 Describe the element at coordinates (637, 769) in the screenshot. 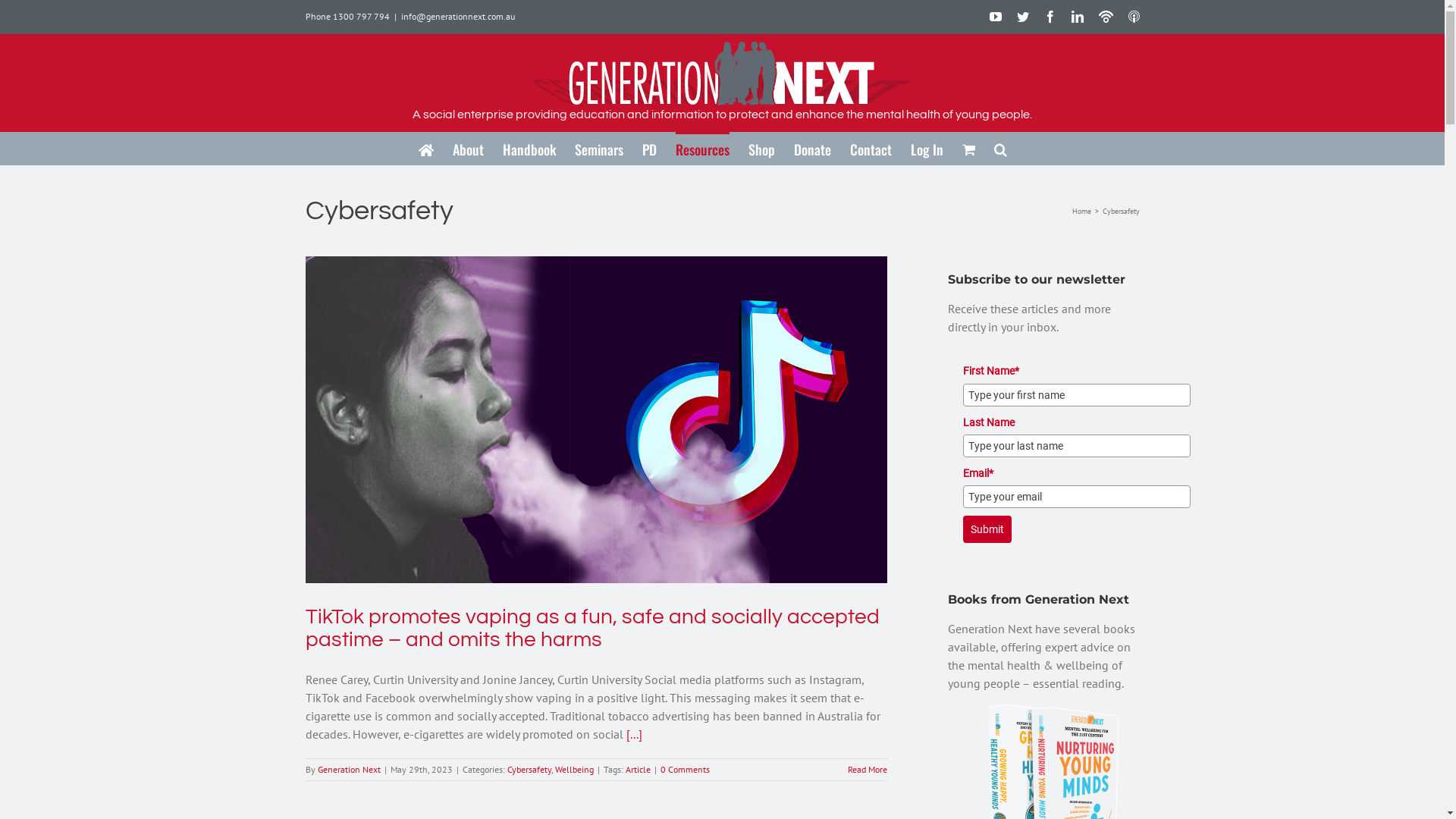

I see `'Article'` at that location.